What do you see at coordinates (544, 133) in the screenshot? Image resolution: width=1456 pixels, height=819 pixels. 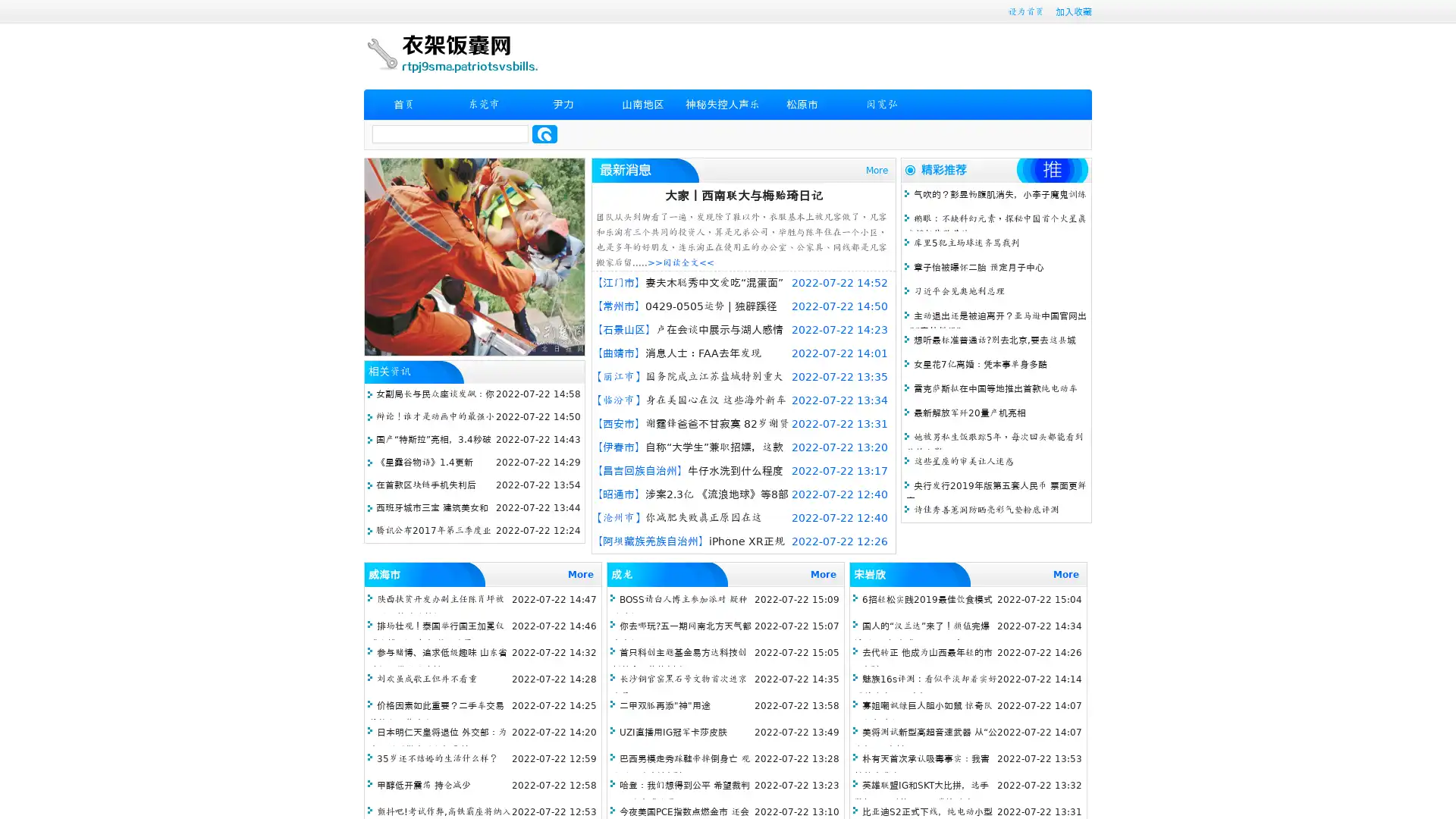 I see `Search` at bounding box center [544, 133].